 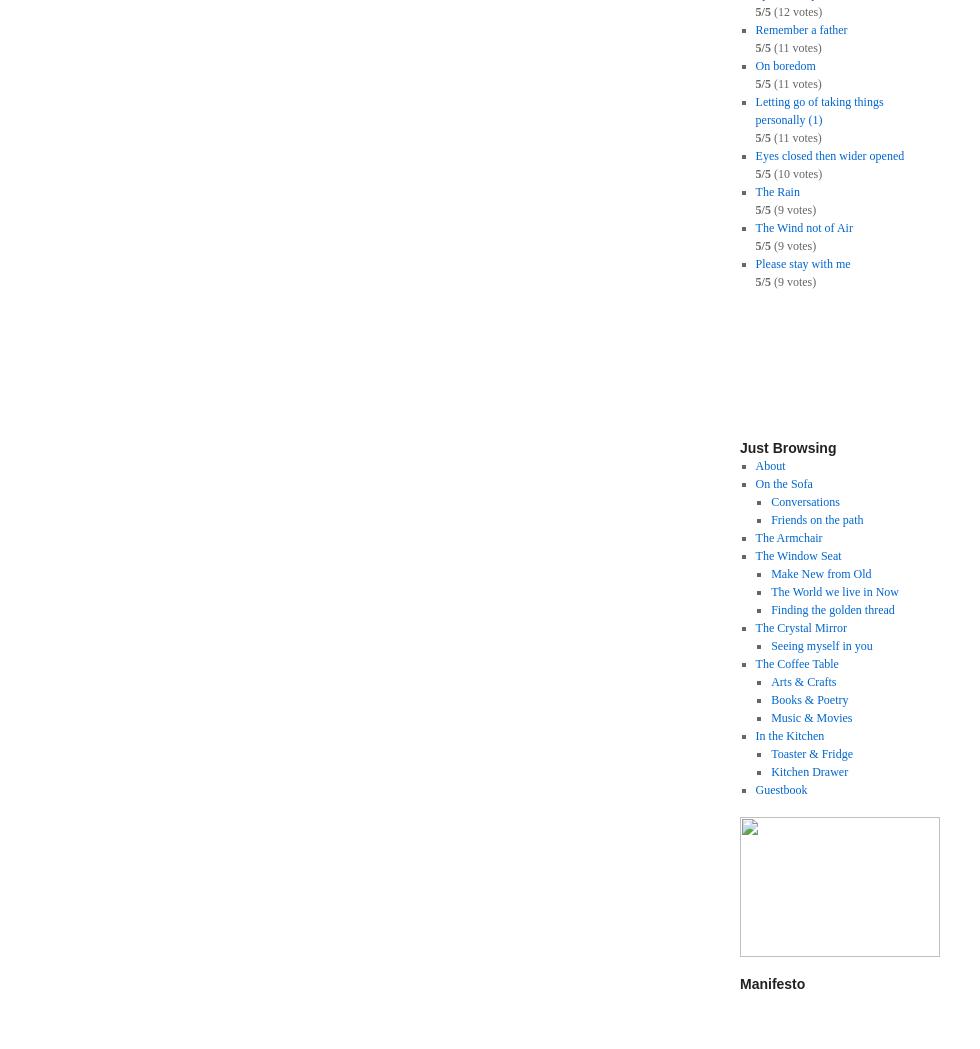 What do you see at coordinates (795, 171) in the screenshot?
I see `'(10 votes)'` at bounding box center [795, 171].